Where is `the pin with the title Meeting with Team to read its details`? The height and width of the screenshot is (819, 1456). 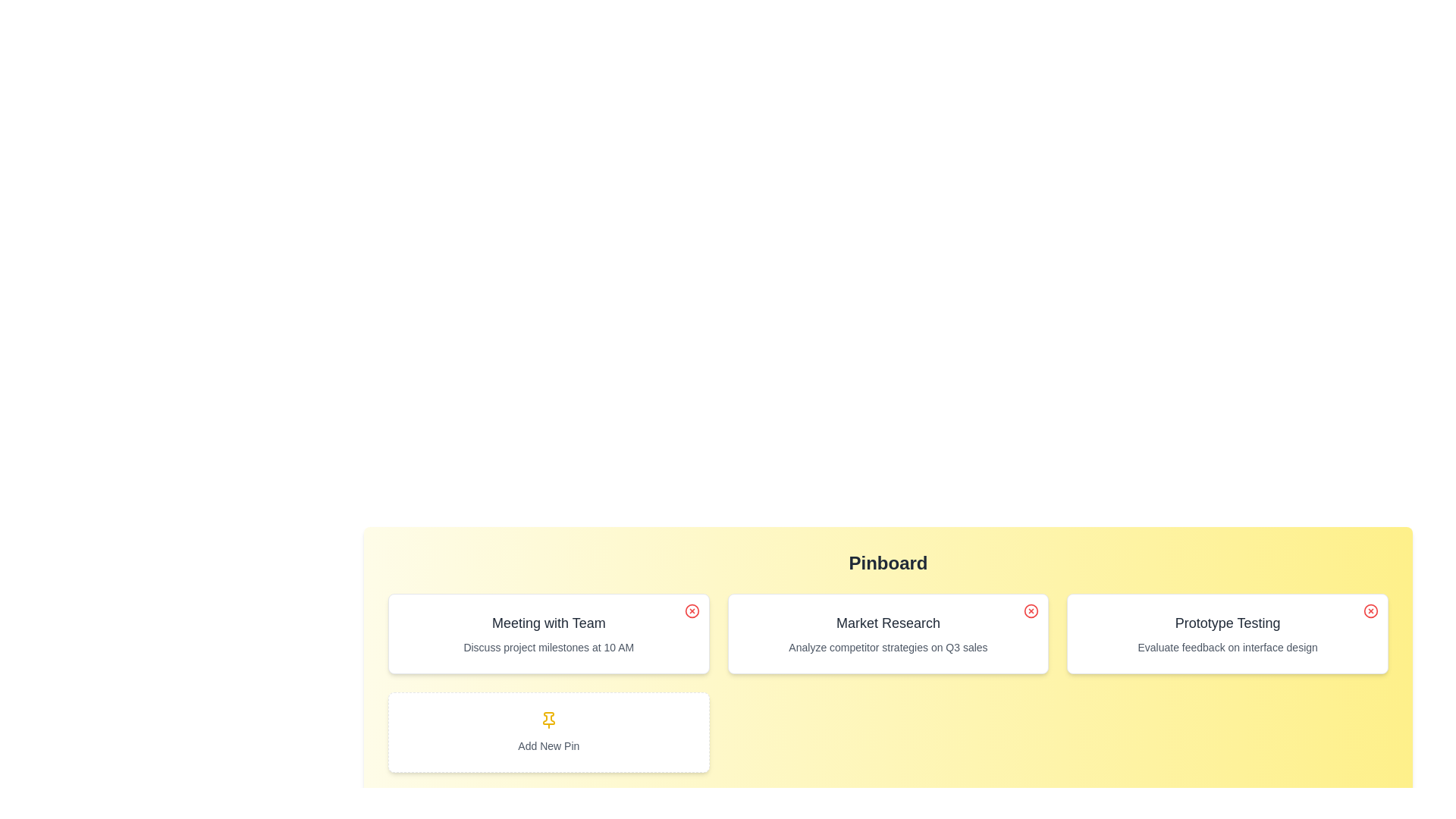 the pin with the title Meeting with Team to read its details is located at coordinates (548, 634).